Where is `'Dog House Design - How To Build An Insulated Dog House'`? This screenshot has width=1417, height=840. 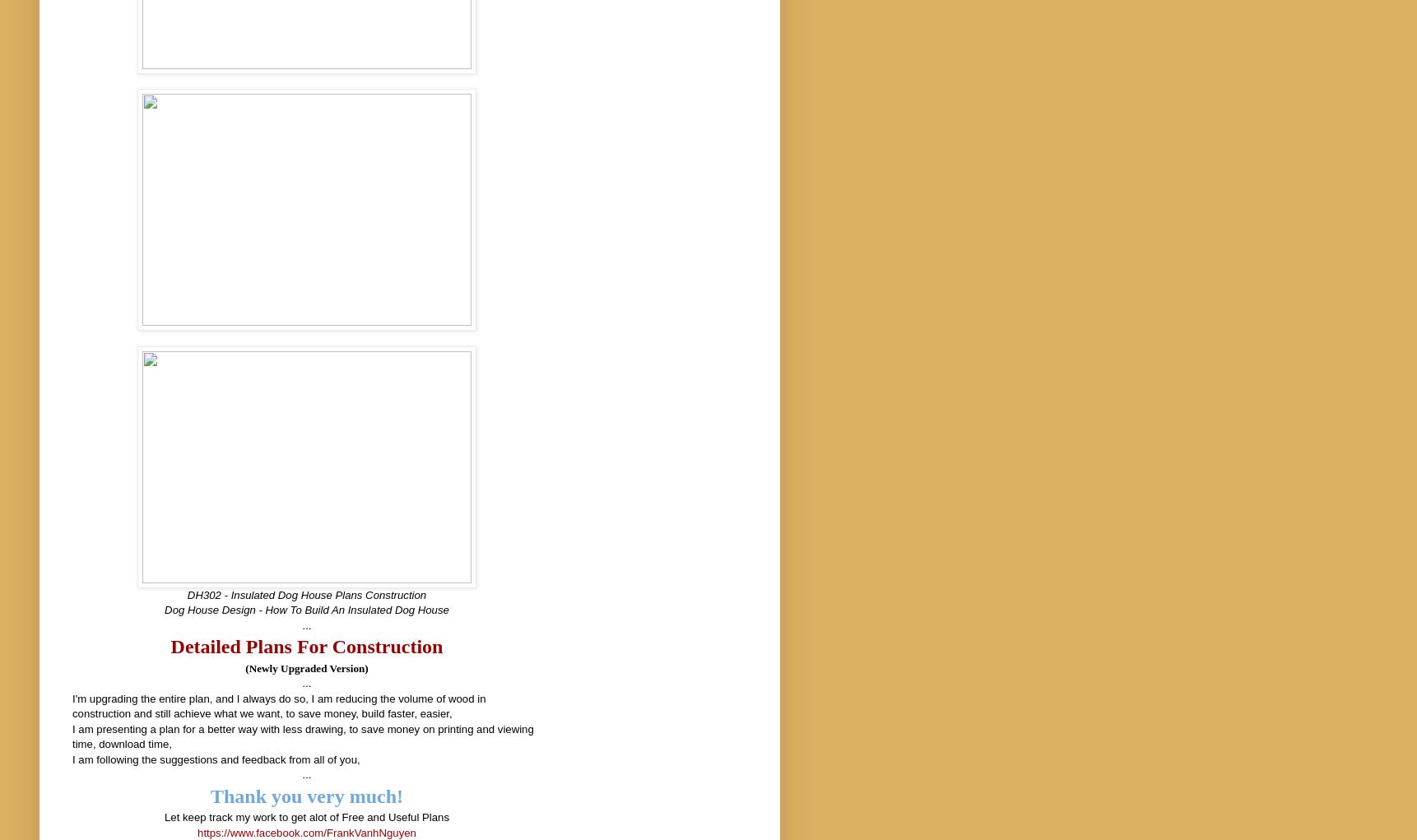 'Dog House Design - How To Build An Insulated Dog House' is located at coordinates (306, 609).